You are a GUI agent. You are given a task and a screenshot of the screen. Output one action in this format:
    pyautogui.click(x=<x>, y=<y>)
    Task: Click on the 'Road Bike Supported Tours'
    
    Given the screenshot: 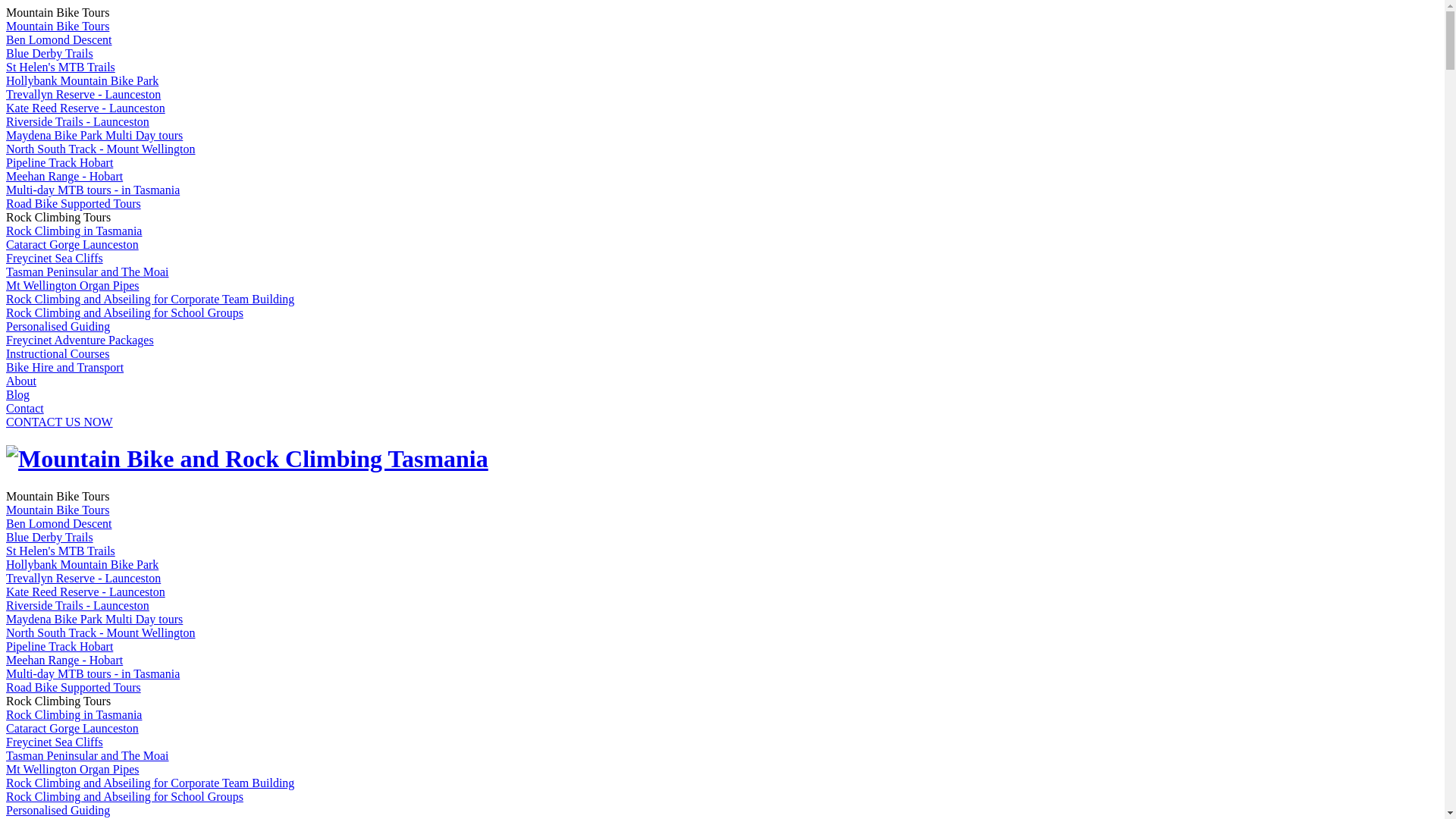 What is the action you would take?
    pyautogui.click(x=72, y=687)
    